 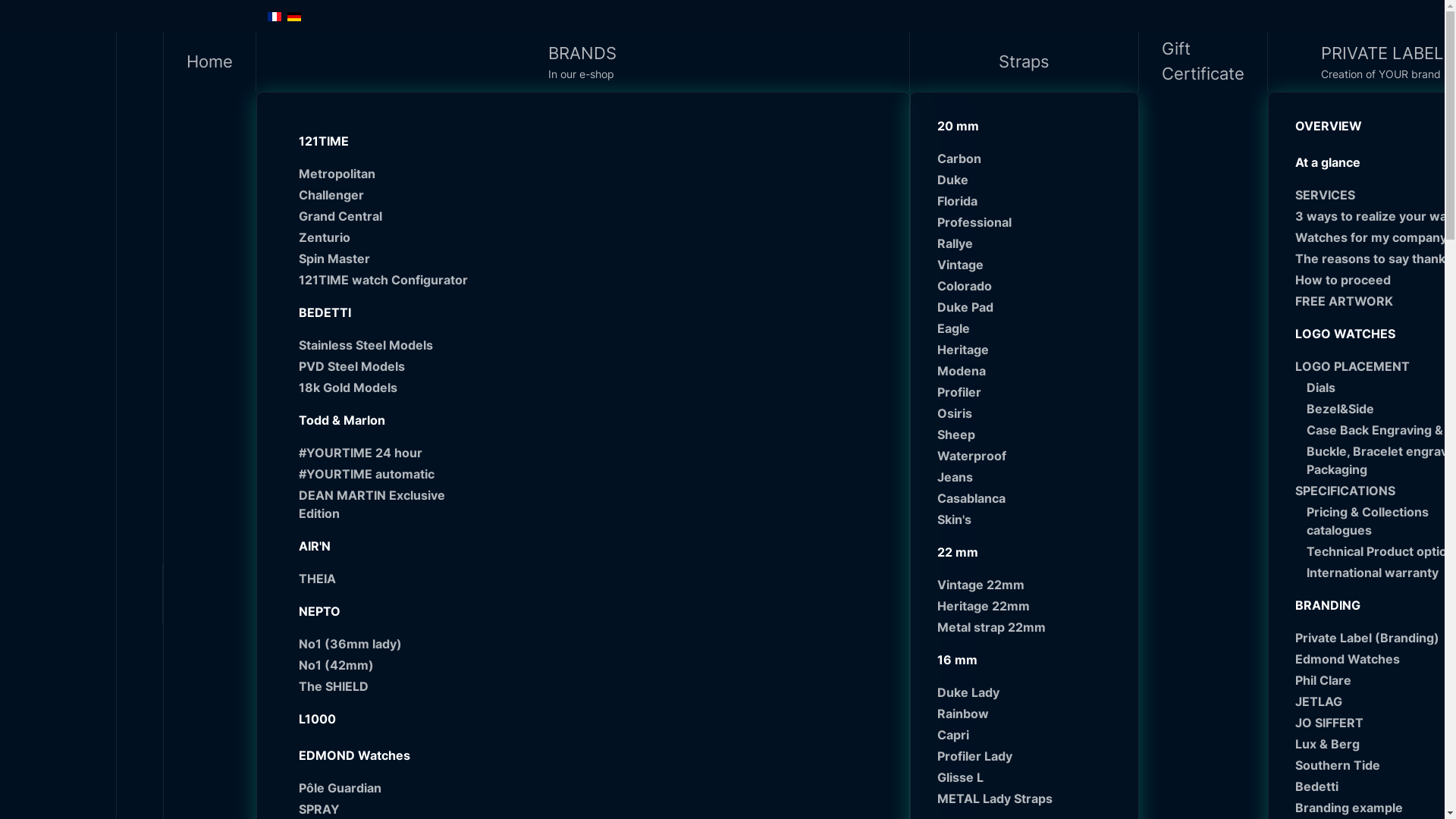 What do you see at coordinates (384, 686) in the screenshot?
I see `'The SHIELD'` at bounding box center [384, 686].